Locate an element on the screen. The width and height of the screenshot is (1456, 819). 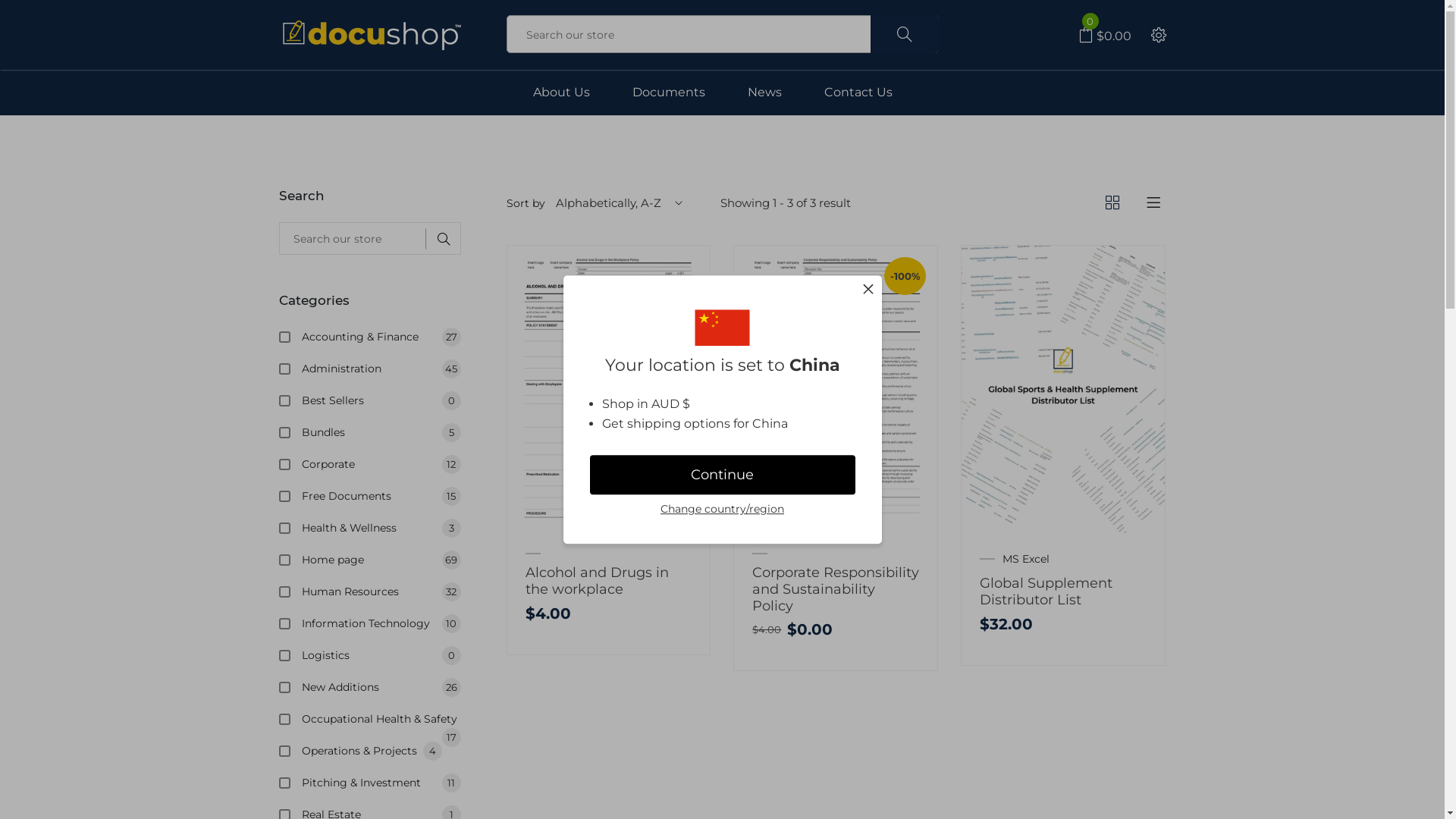
'Administration is located at coordinates (381, 369).